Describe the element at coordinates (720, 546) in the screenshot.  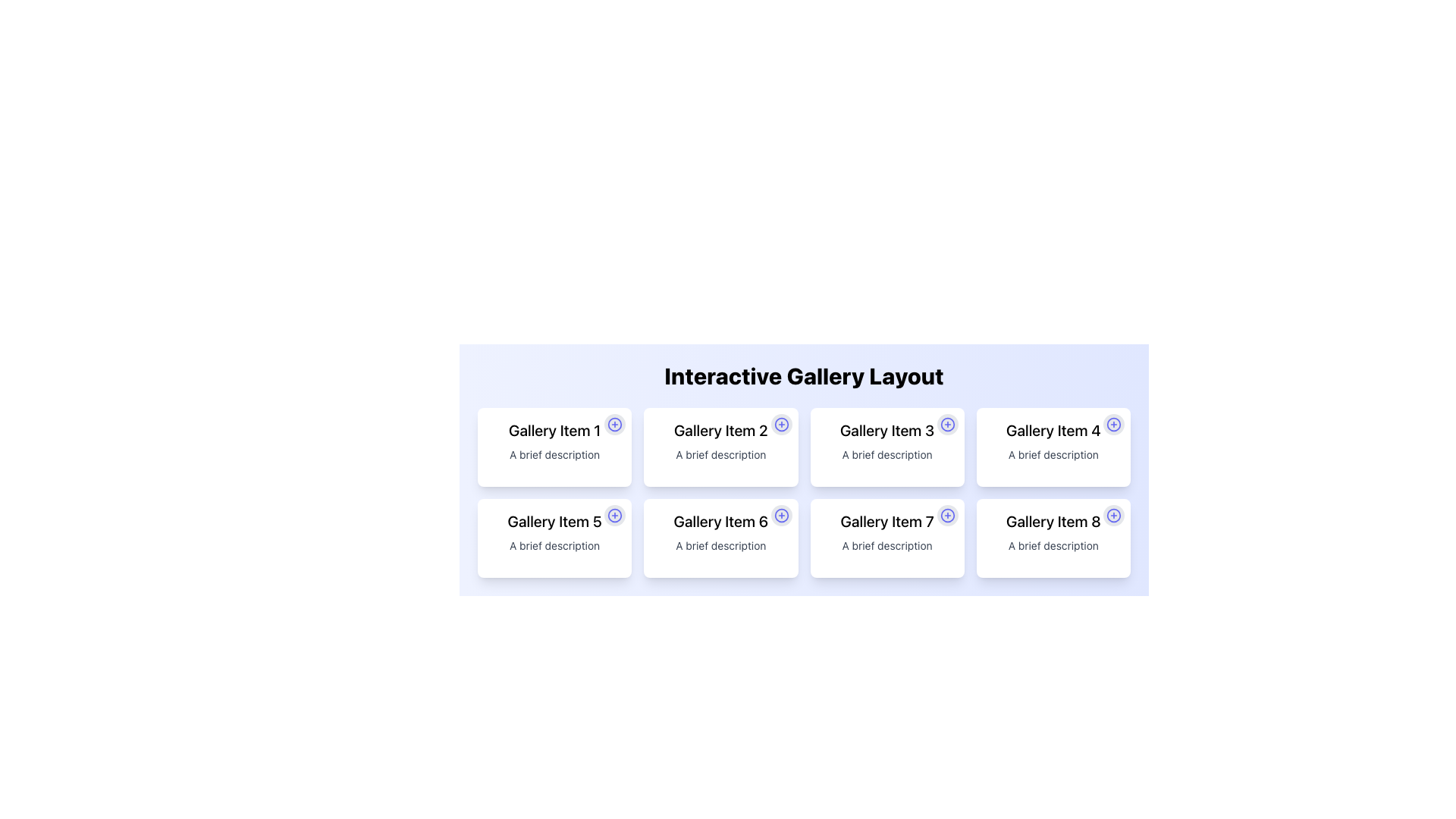
I see `the descriptive text element for 'Gallery Item 6', located below the label within its card in the grid layout` at that location.